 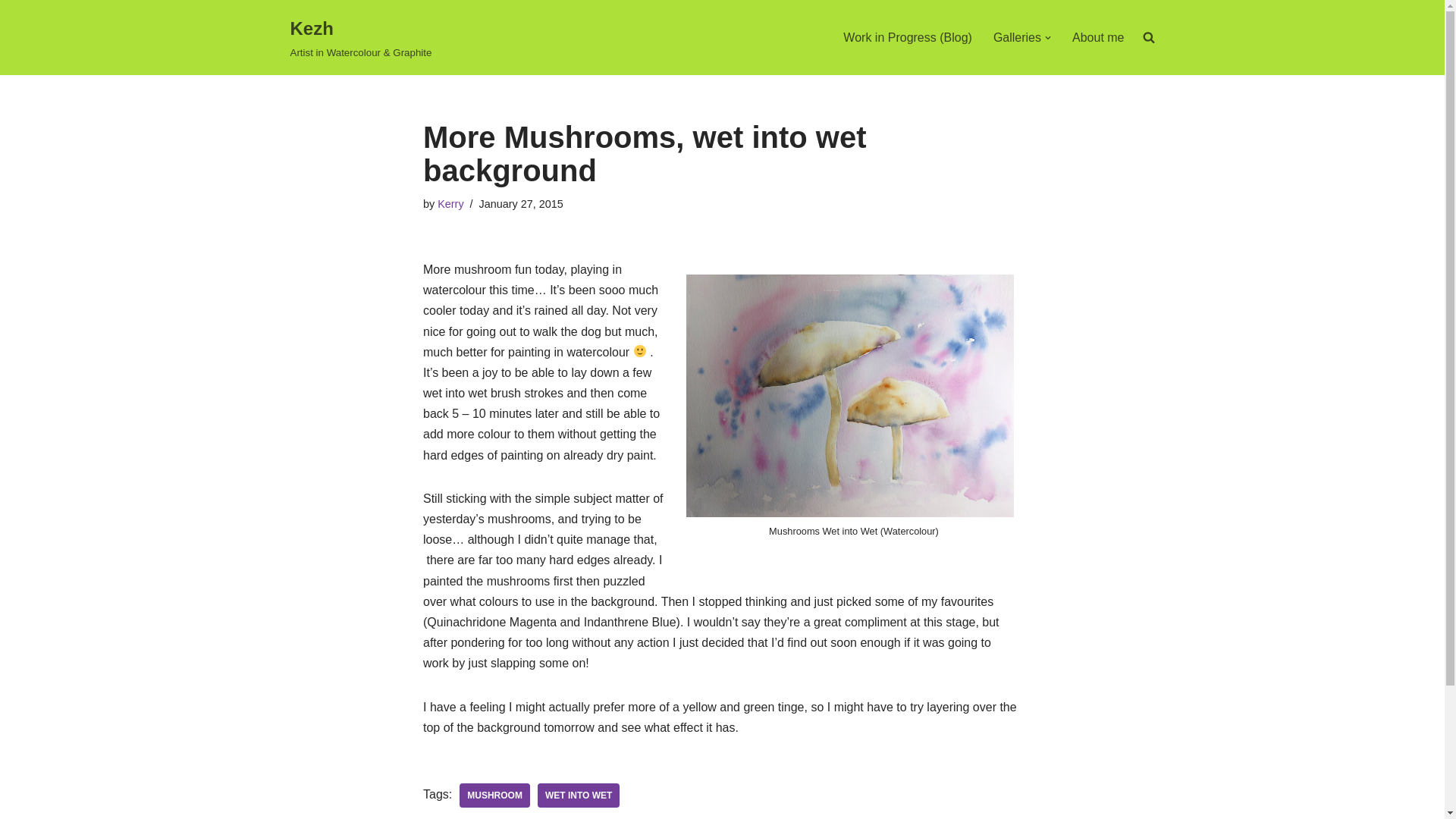 I want to click on 'Skip to content', so click(x=11, y=32).